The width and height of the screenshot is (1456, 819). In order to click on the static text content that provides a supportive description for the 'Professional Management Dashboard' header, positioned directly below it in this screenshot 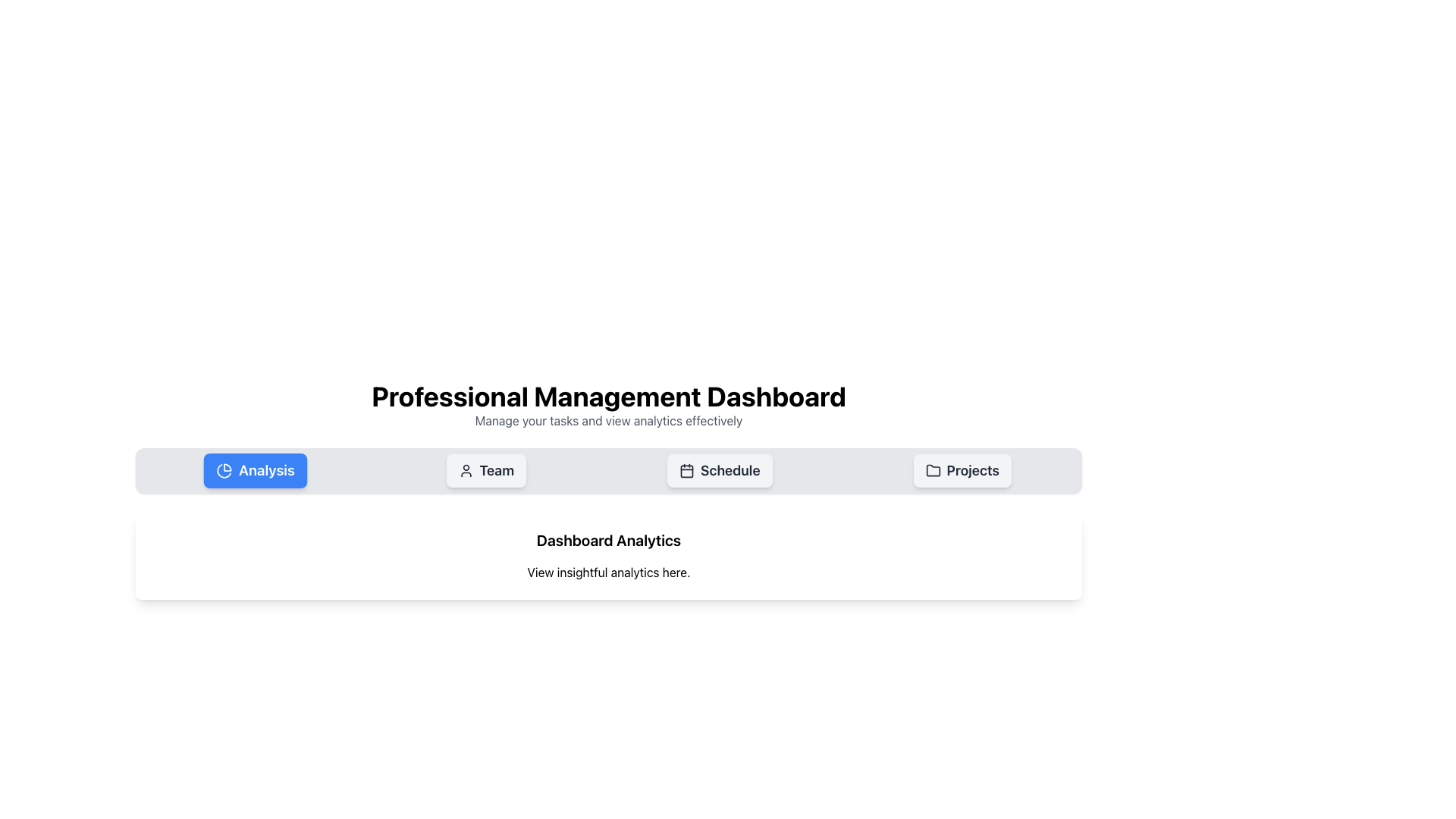, I will do `click(608, 421)`.